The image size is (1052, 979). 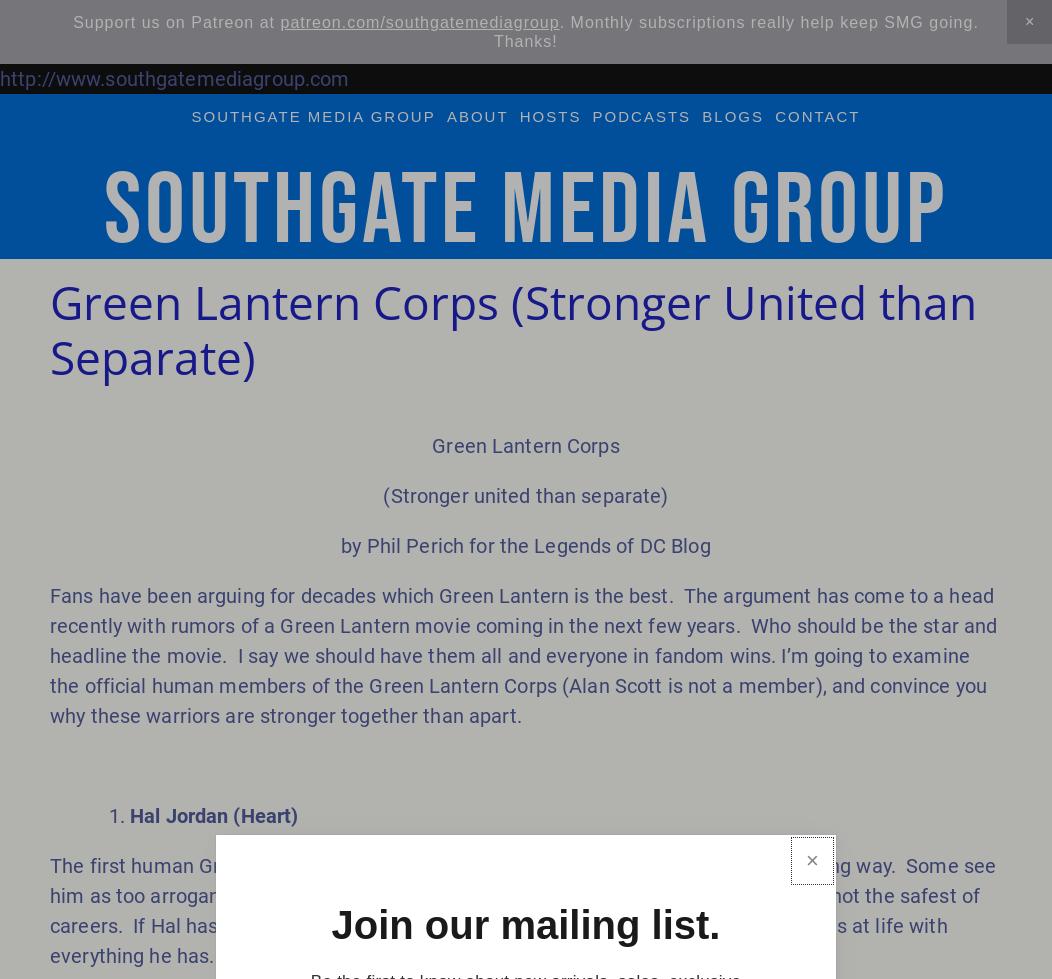 What do you see at coordinates (512, 329) in the screenshot?
I see `'Green Lantern Corps (Stronger United than Separate)'` at bounding box center [512, 329].